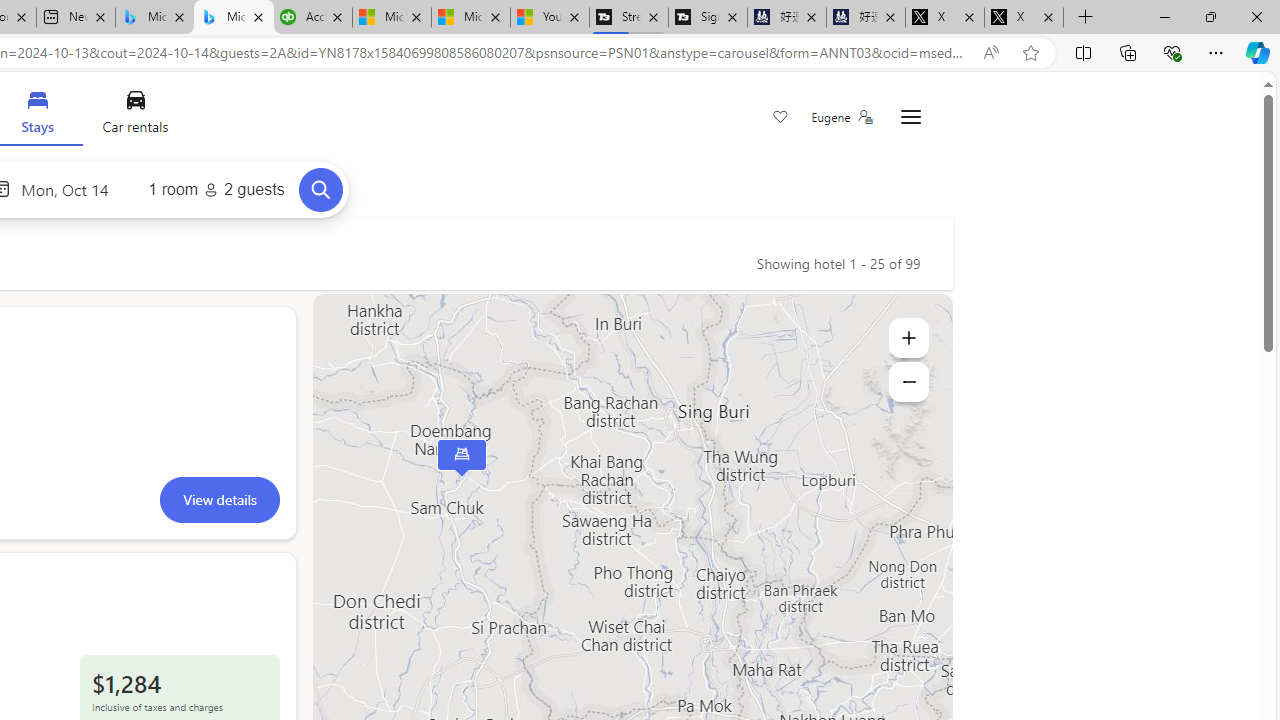 The height and width of the screenshot is (720, 1280). Describe the element at coordinates (1255, 16) in the screenshot. I see `'Close'` at that location.